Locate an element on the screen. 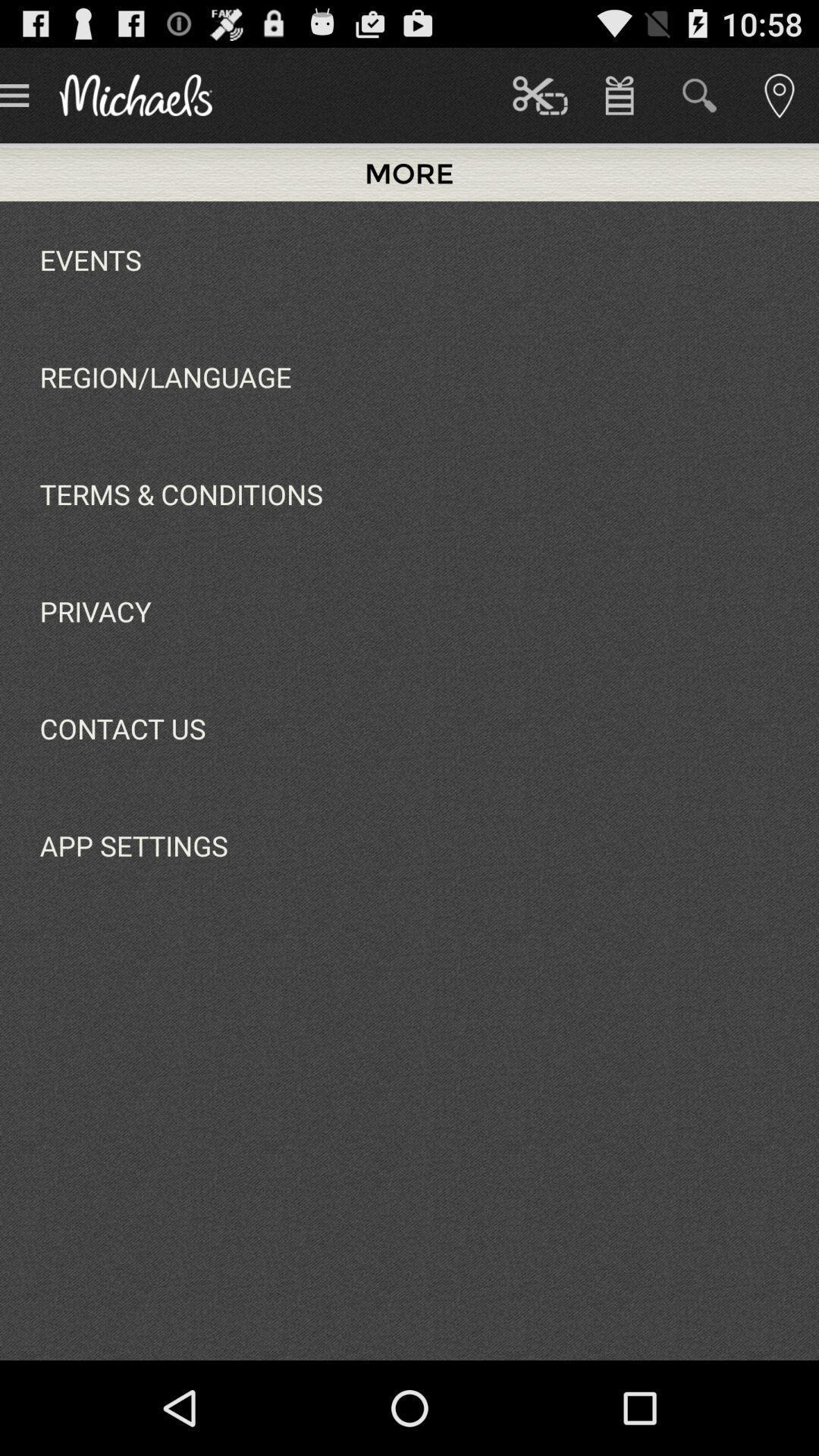 Image resolution: width=819 pixels, height=1456 pixels. app below events app is located at coordinates (165, 377).